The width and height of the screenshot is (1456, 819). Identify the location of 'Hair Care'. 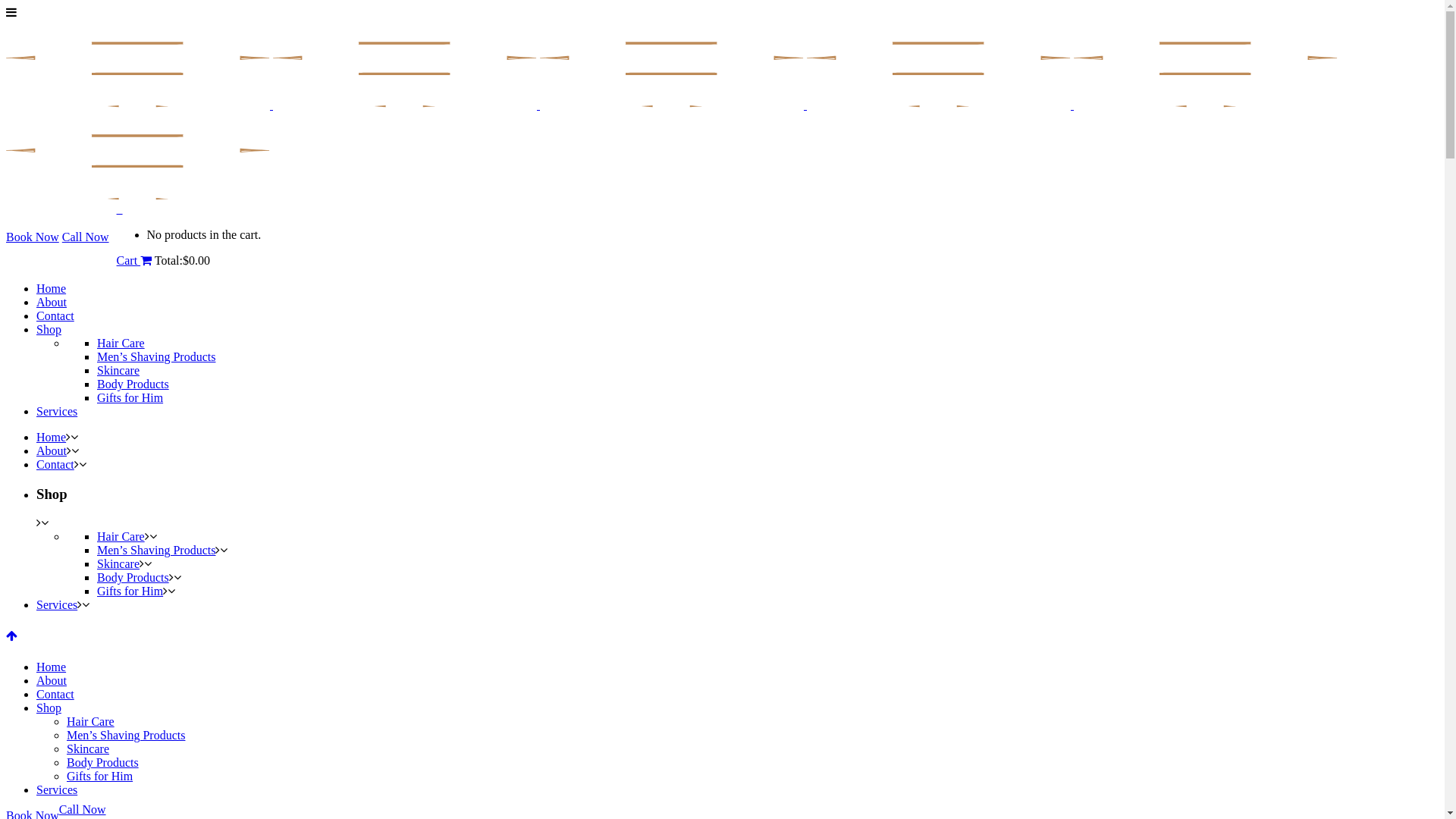
(96, 343).